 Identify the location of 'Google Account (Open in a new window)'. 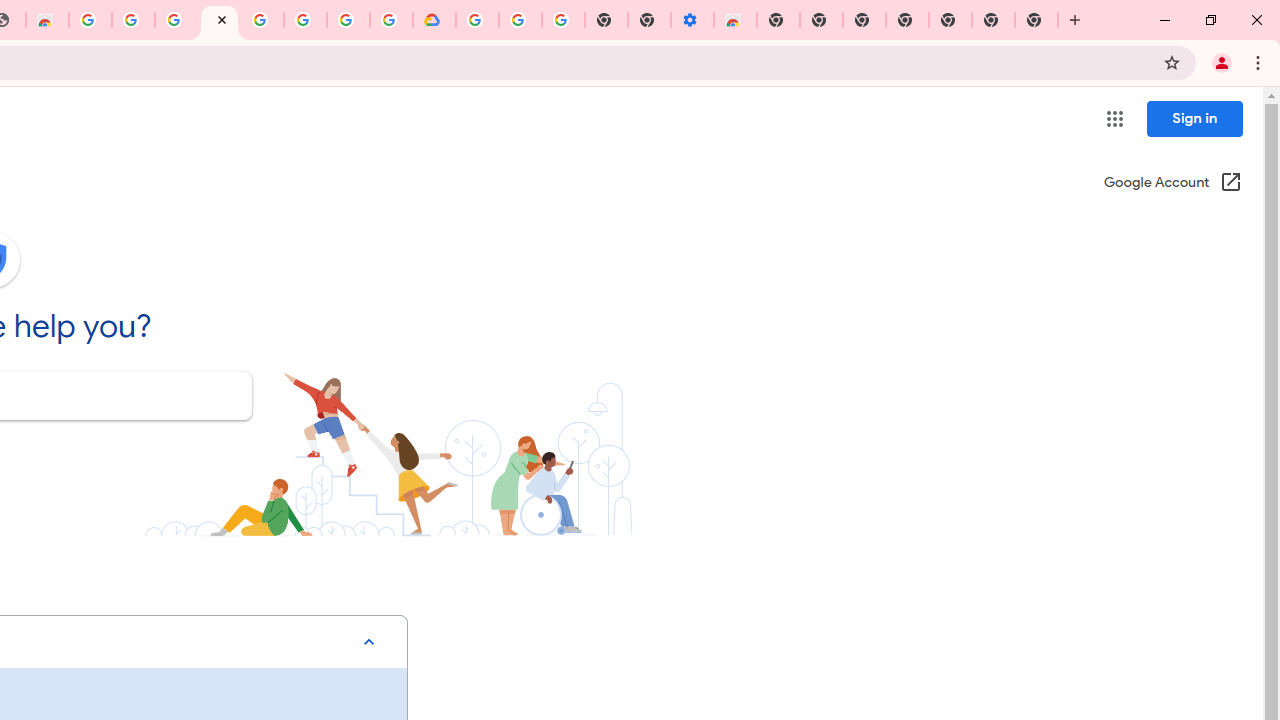
(1173, 183).